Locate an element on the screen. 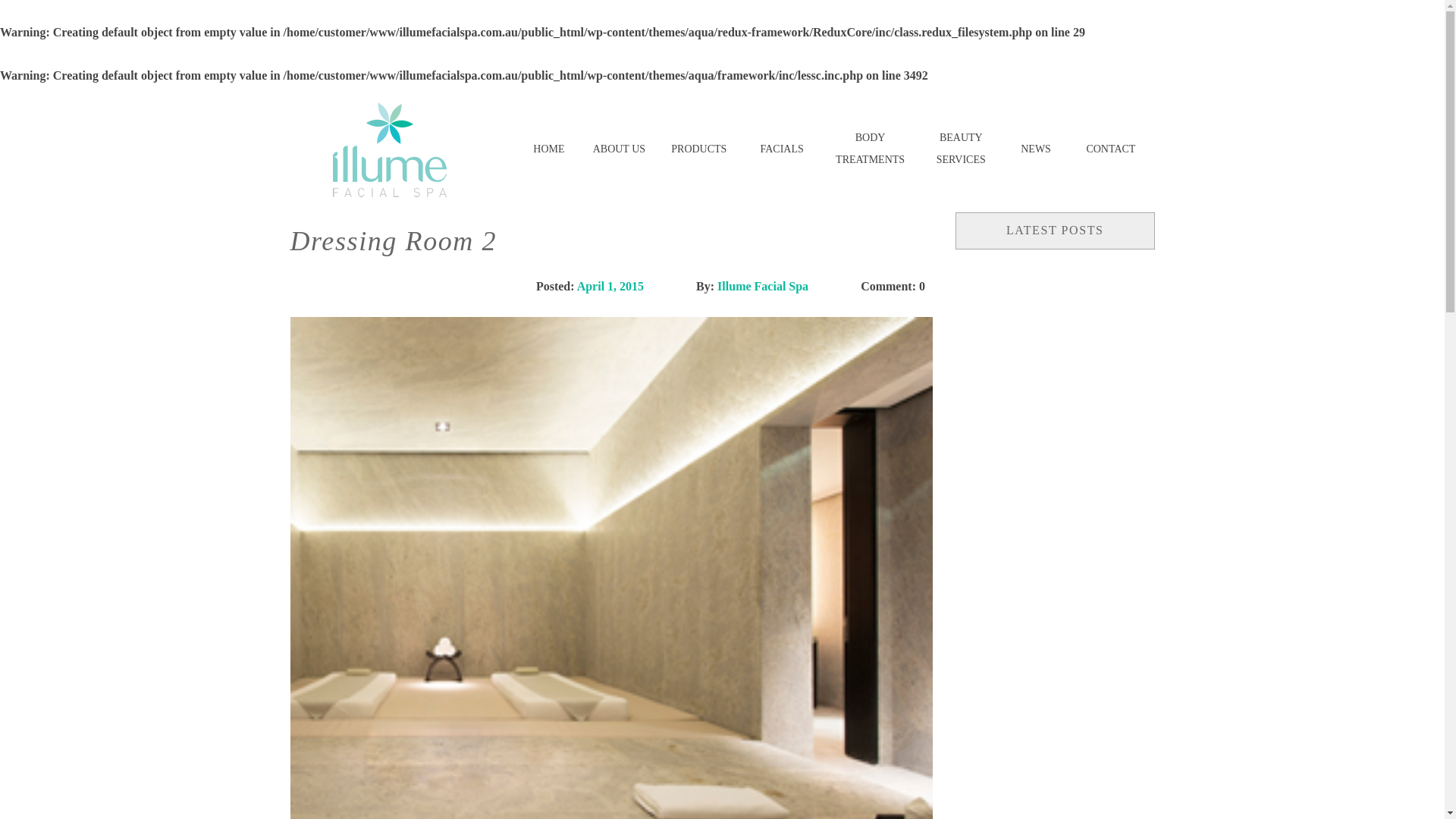 Image resolution: width=1456 pixels, height=819 pixels. 'HOME' is located at coordinates (548, 149).